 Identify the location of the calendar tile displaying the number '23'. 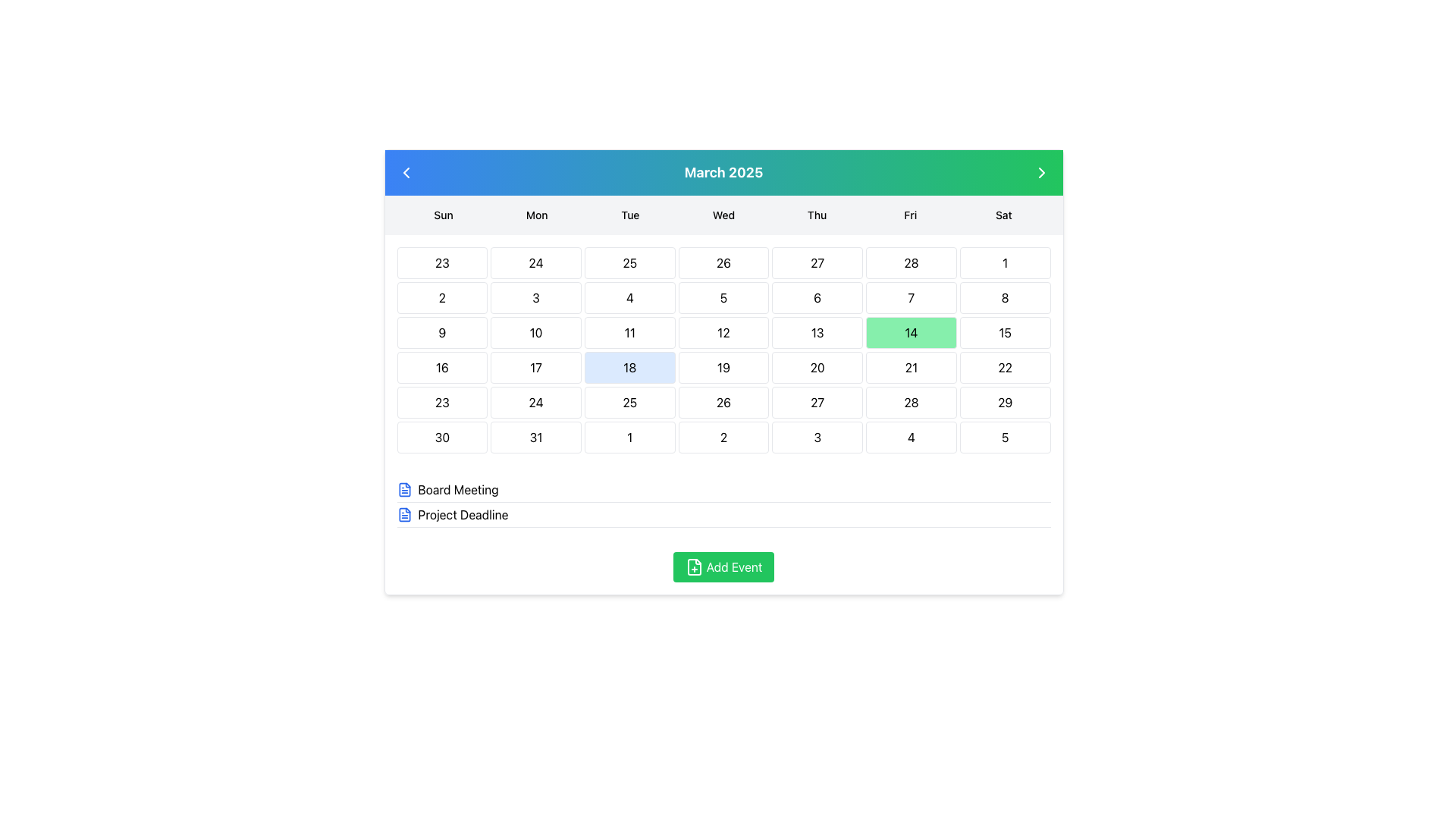
(441, 262).